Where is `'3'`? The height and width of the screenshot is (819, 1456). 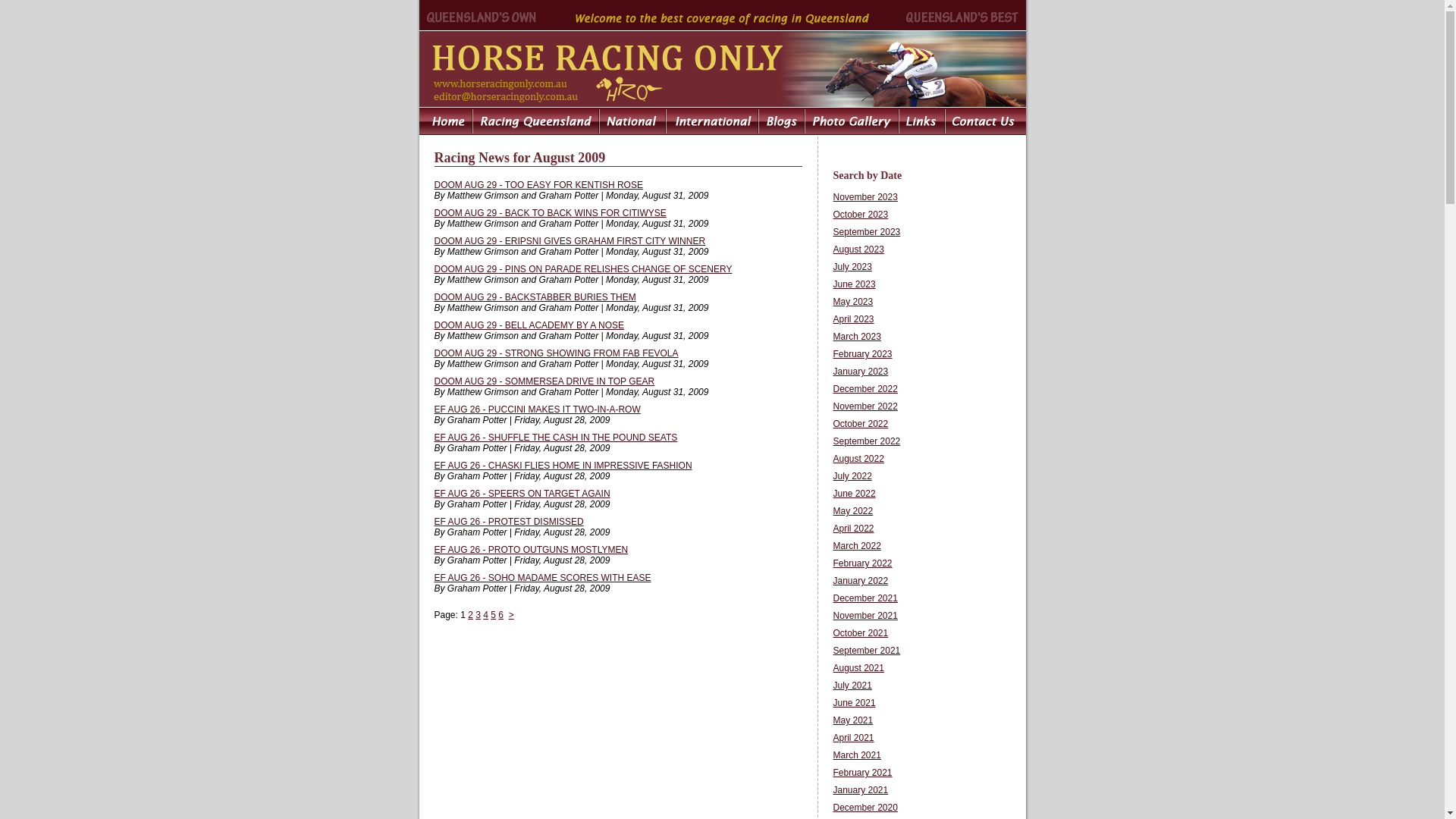 '3' is located at coordinates (477, 614).